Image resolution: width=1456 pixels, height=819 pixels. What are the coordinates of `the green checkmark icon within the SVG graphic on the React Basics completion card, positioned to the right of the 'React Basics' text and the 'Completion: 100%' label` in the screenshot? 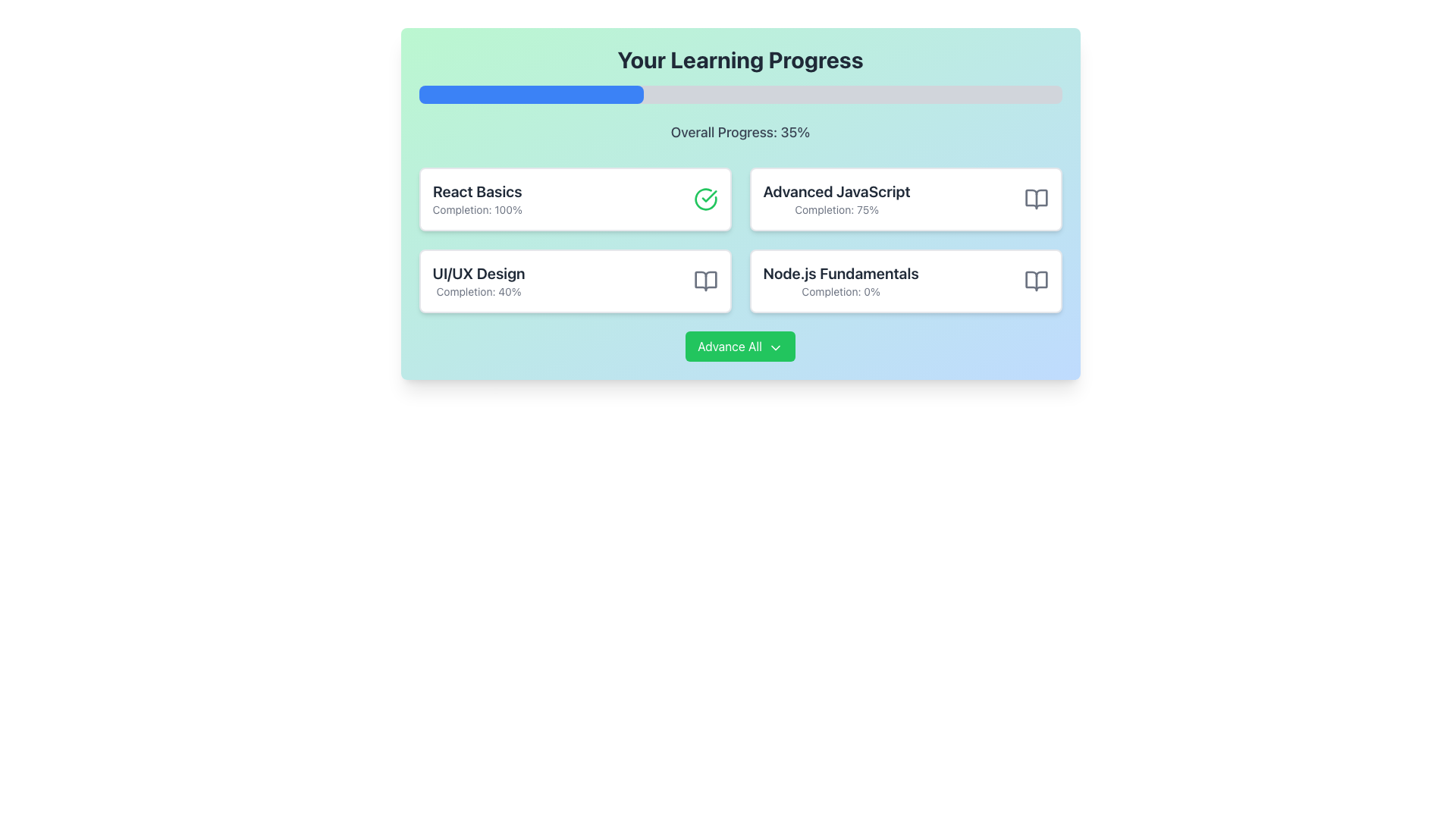 It's located at (708, 195).